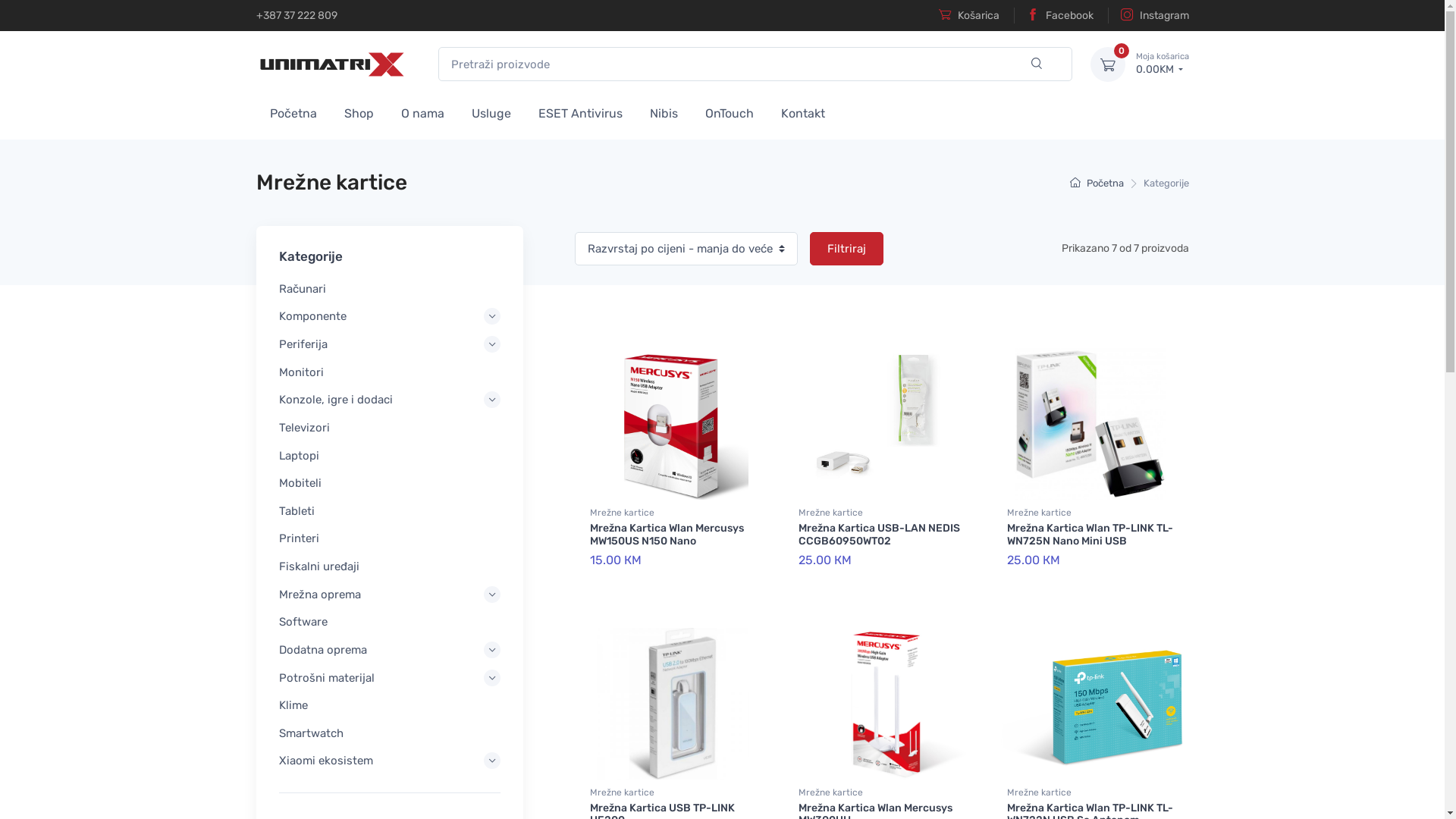 This screenshot has height=819, width=1456. I want to click on '+387 37 222 809', so click(297, 15).